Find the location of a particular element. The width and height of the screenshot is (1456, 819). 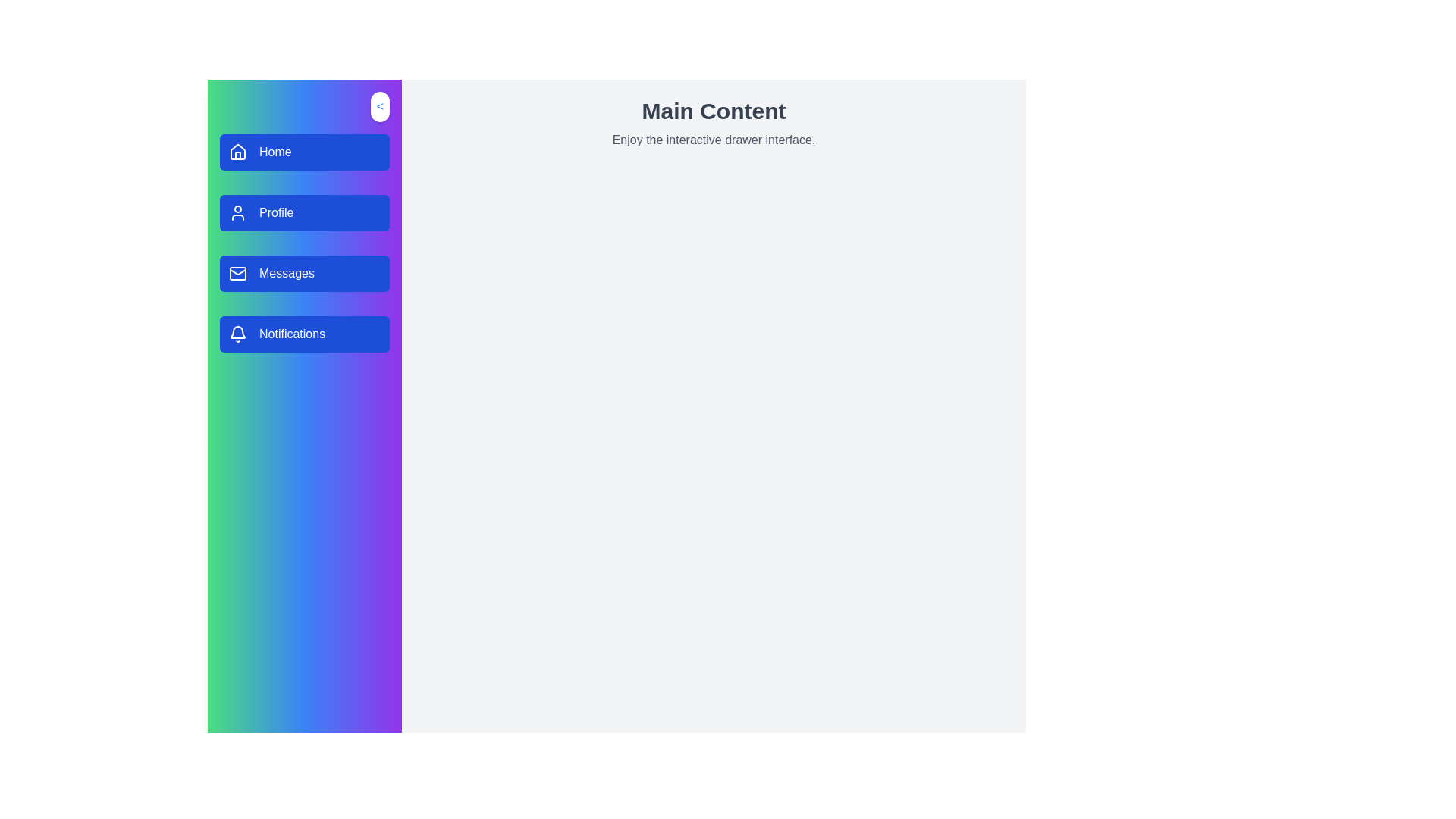

the button located at the top-right corner of the sidebar is located at coordinates (304, 106).